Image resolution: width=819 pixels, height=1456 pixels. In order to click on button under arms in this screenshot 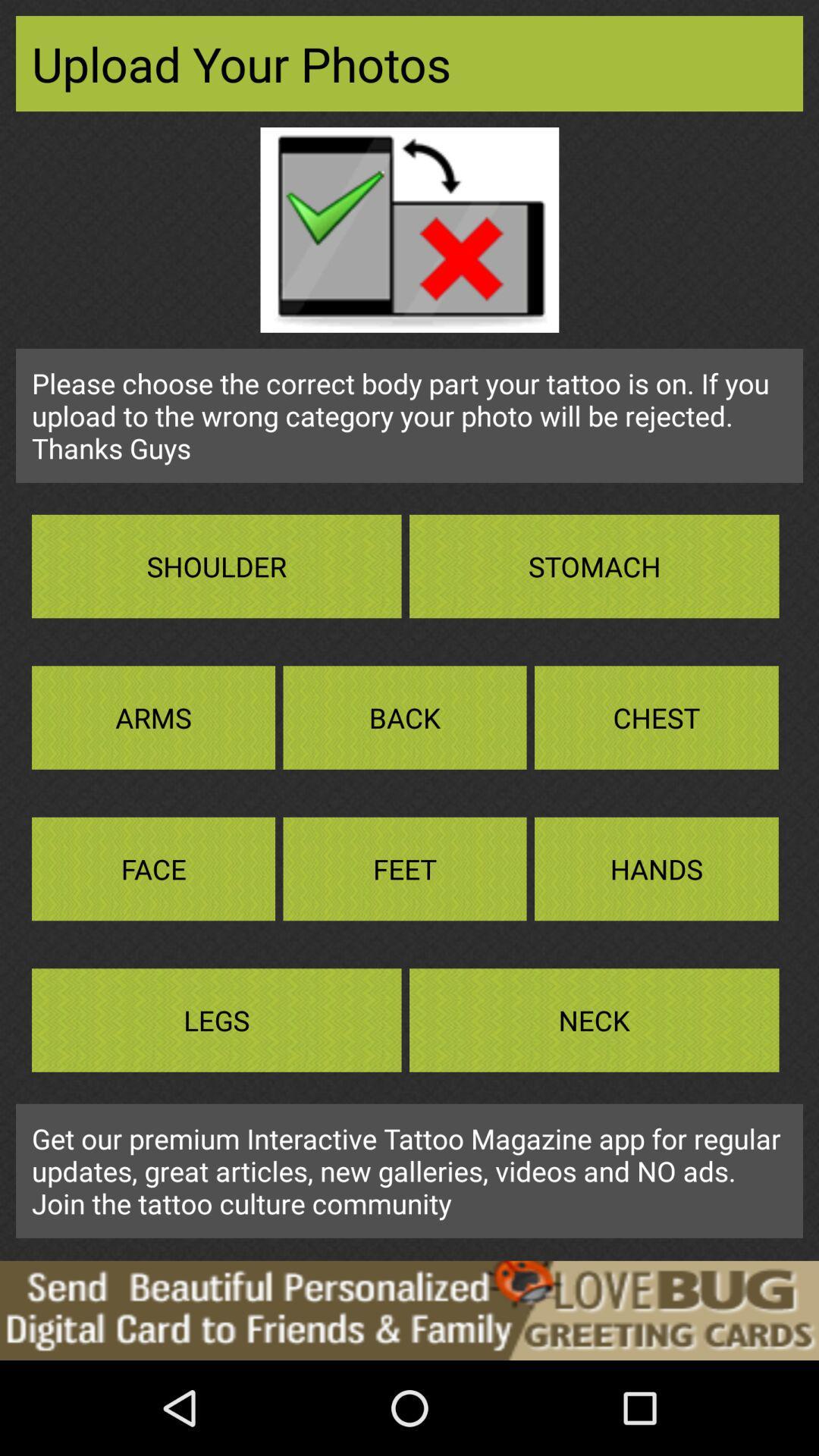, I will do `click(153, 869)`.